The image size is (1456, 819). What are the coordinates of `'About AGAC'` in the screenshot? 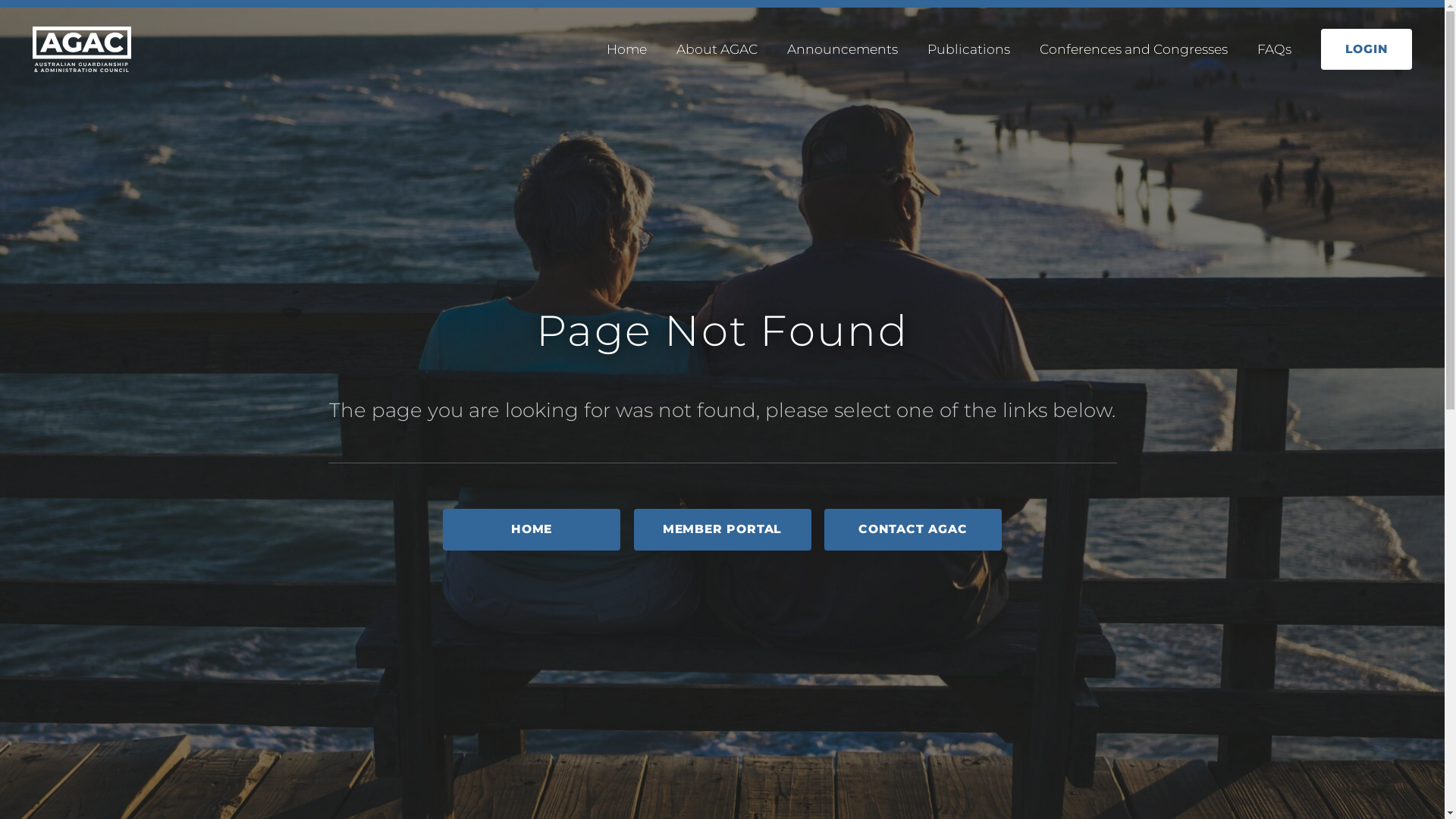 It's located at (716, 48).